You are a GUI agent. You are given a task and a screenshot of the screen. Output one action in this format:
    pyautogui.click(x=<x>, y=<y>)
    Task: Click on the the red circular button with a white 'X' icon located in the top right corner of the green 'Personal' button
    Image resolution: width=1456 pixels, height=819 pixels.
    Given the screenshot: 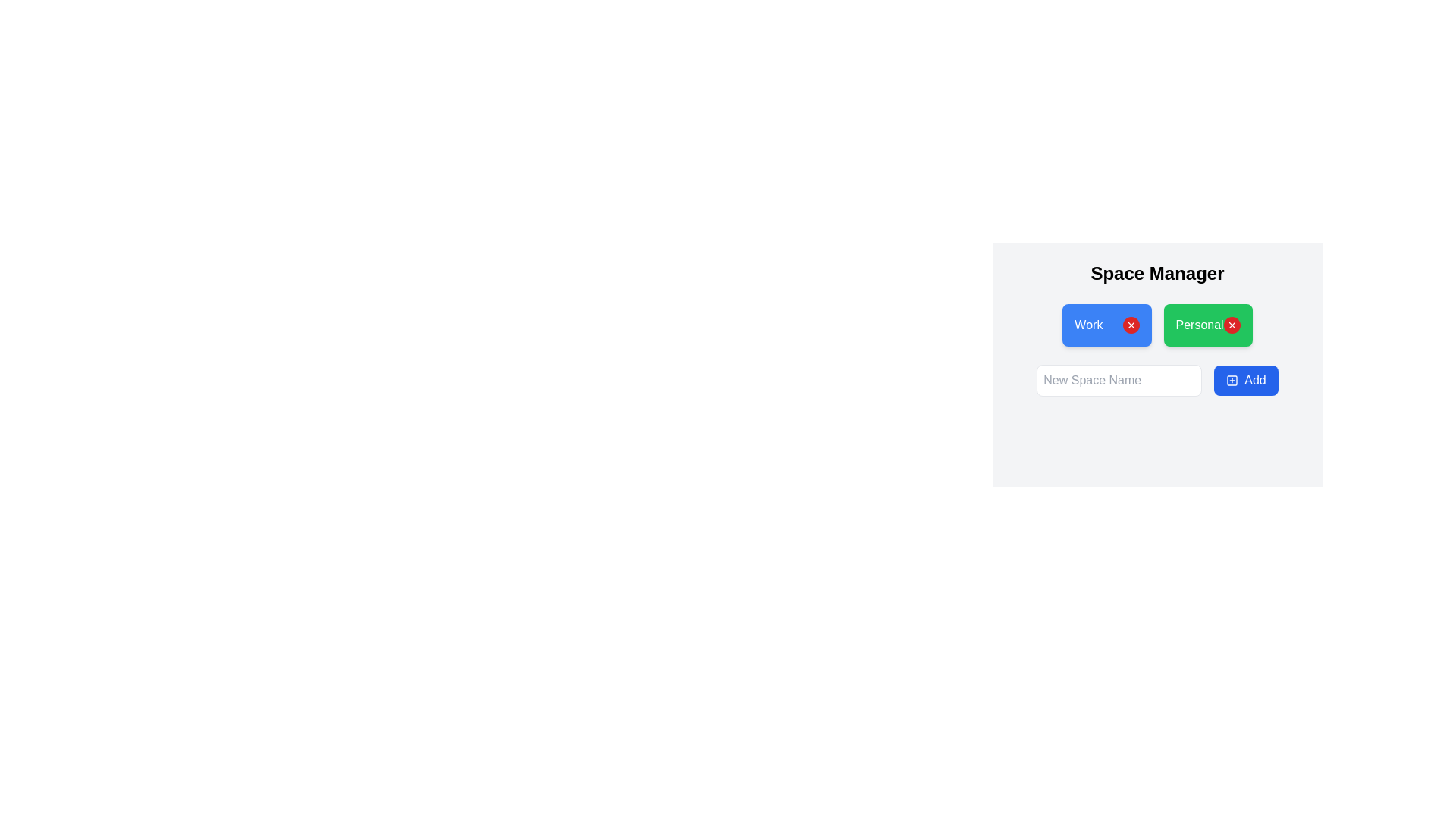 What is the action you would take?
    pyautogui.click(x=1131, y=324)
    